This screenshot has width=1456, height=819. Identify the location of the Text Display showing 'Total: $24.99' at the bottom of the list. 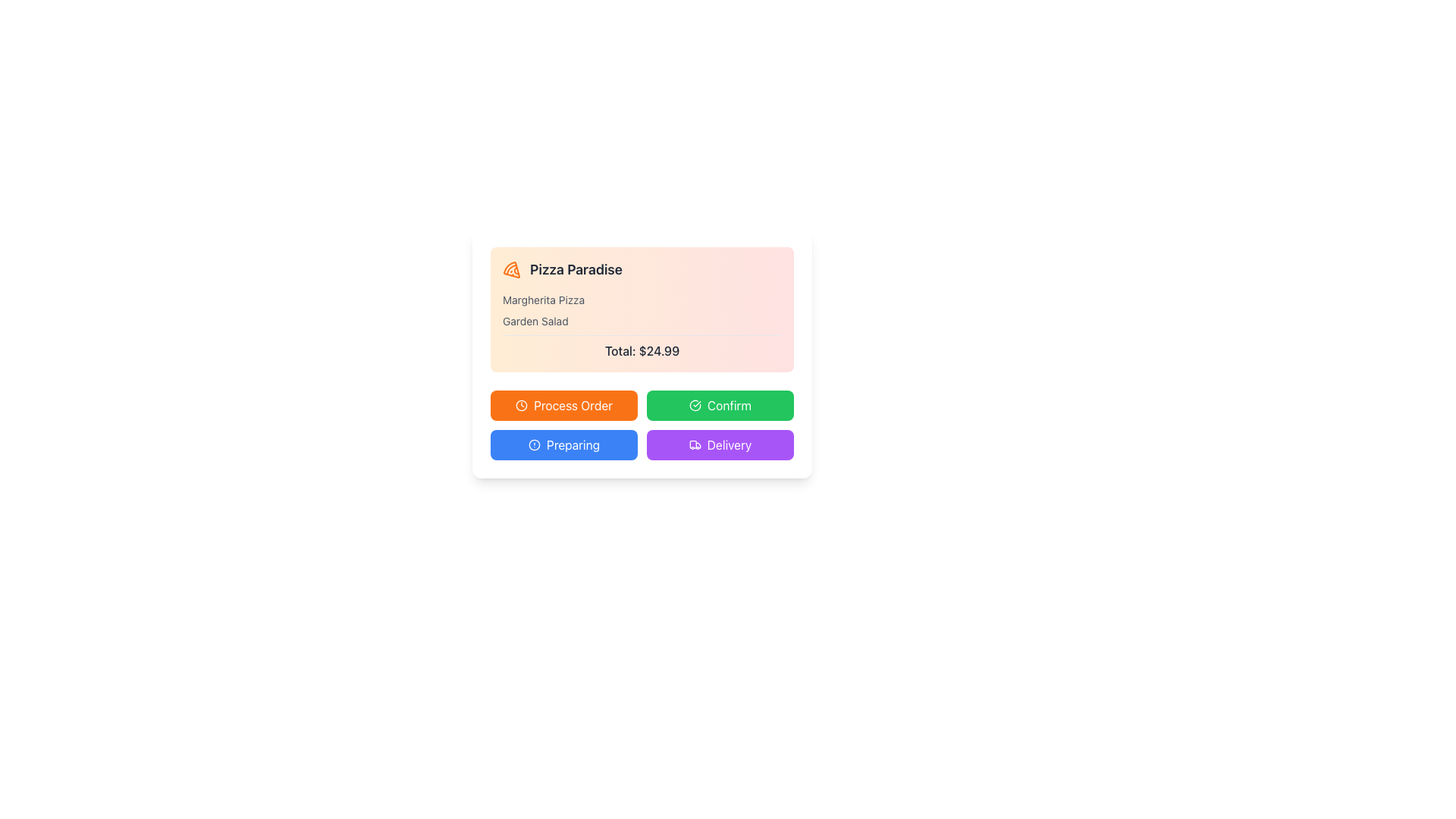
(642, 347).